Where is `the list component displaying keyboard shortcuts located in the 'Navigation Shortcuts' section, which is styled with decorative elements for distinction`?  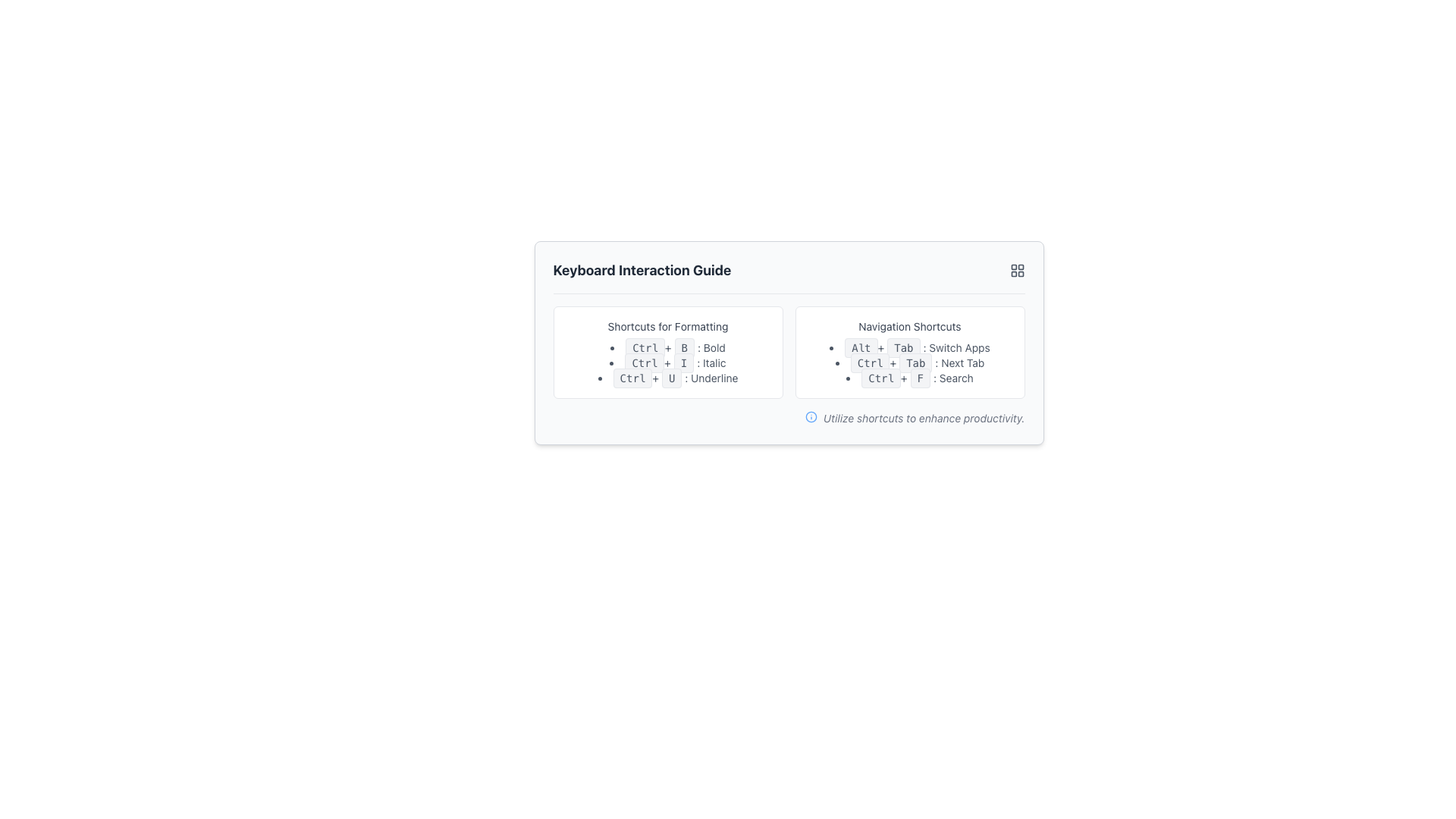 the list component displaying keyboard shortcuts located in the 'Navigation Shortcuts' section, which is styled with decorative elements for distinction is located at coordinates (910, 362).